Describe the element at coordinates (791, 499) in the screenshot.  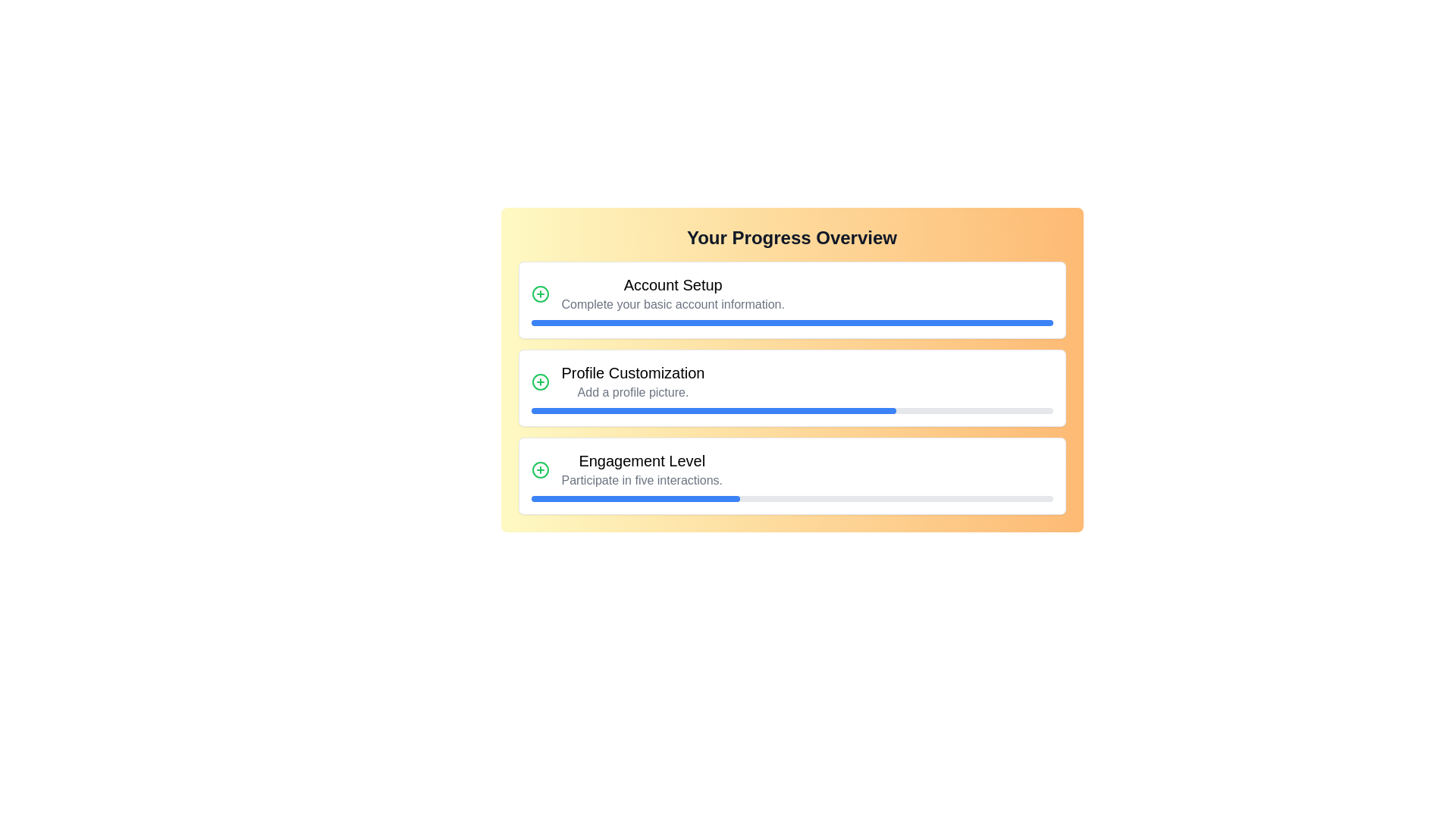
I see `the Progress Bar element, which is a thin, rounded rectangle with a gray background and 40% filled with blue, located within the 'Engagement Level' card, below the text 'Participate in five interactions.'` at that location.